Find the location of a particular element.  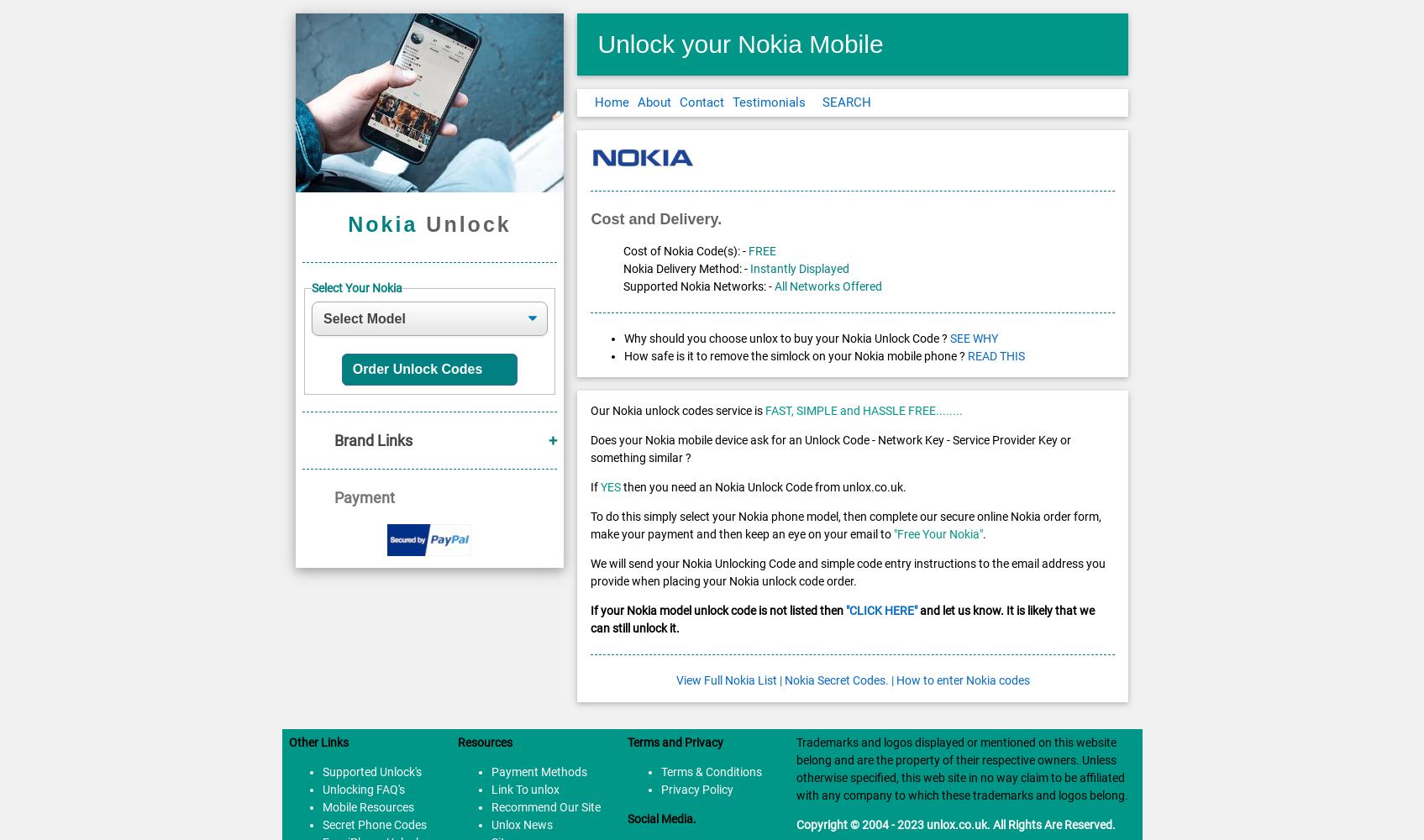

'If your Nokia model unlock code is not listed then' is located at coordinates (717, 610).